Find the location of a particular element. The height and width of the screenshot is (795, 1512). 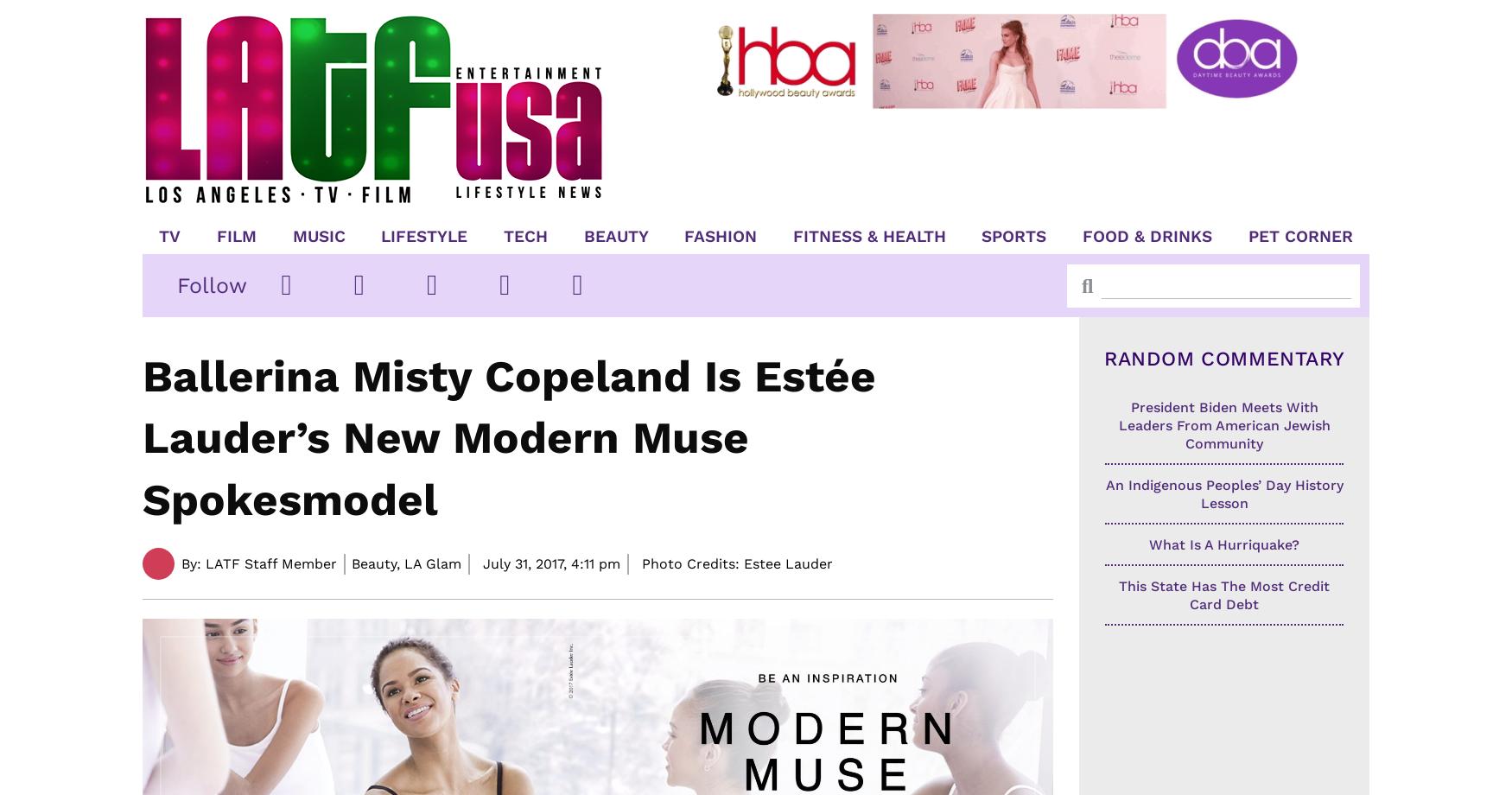

'Follow' is located at coordinates (176, 284).